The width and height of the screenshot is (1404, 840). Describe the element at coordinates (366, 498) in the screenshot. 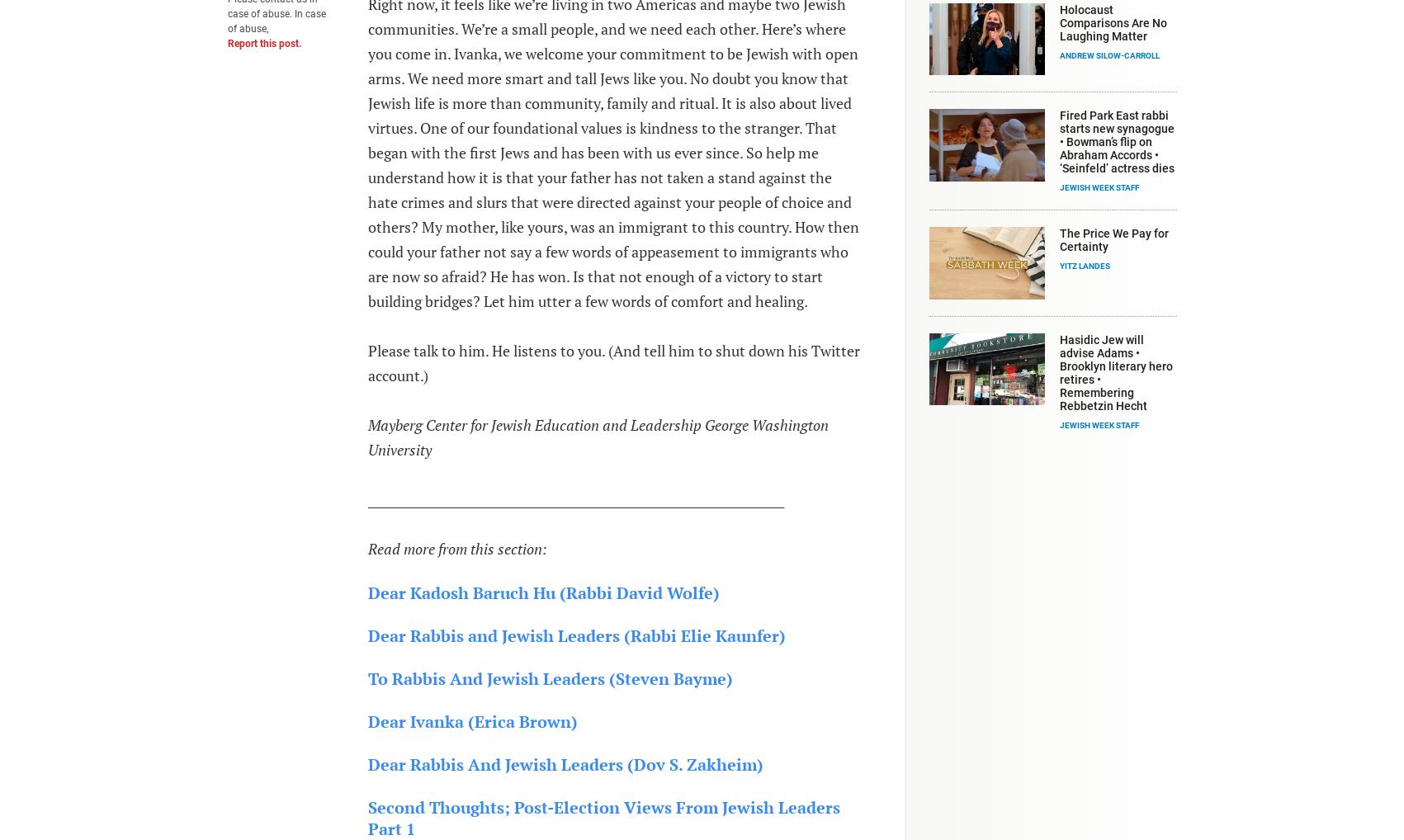

I see `'________________________________________________________________________'` at that location.